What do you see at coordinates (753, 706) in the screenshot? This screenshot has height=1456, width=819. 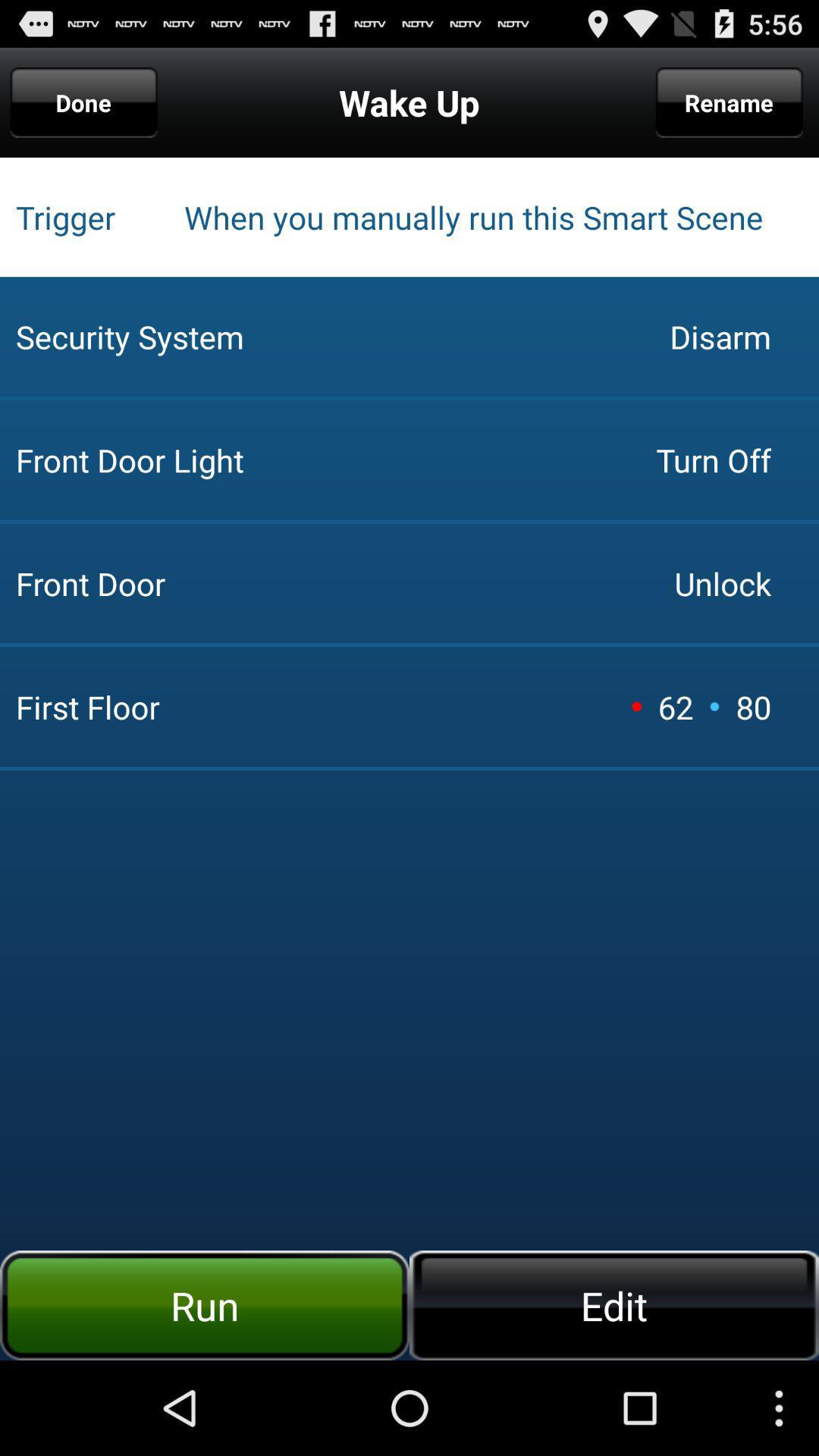 I see `the 80 icon` at bounding box center [753, 706].